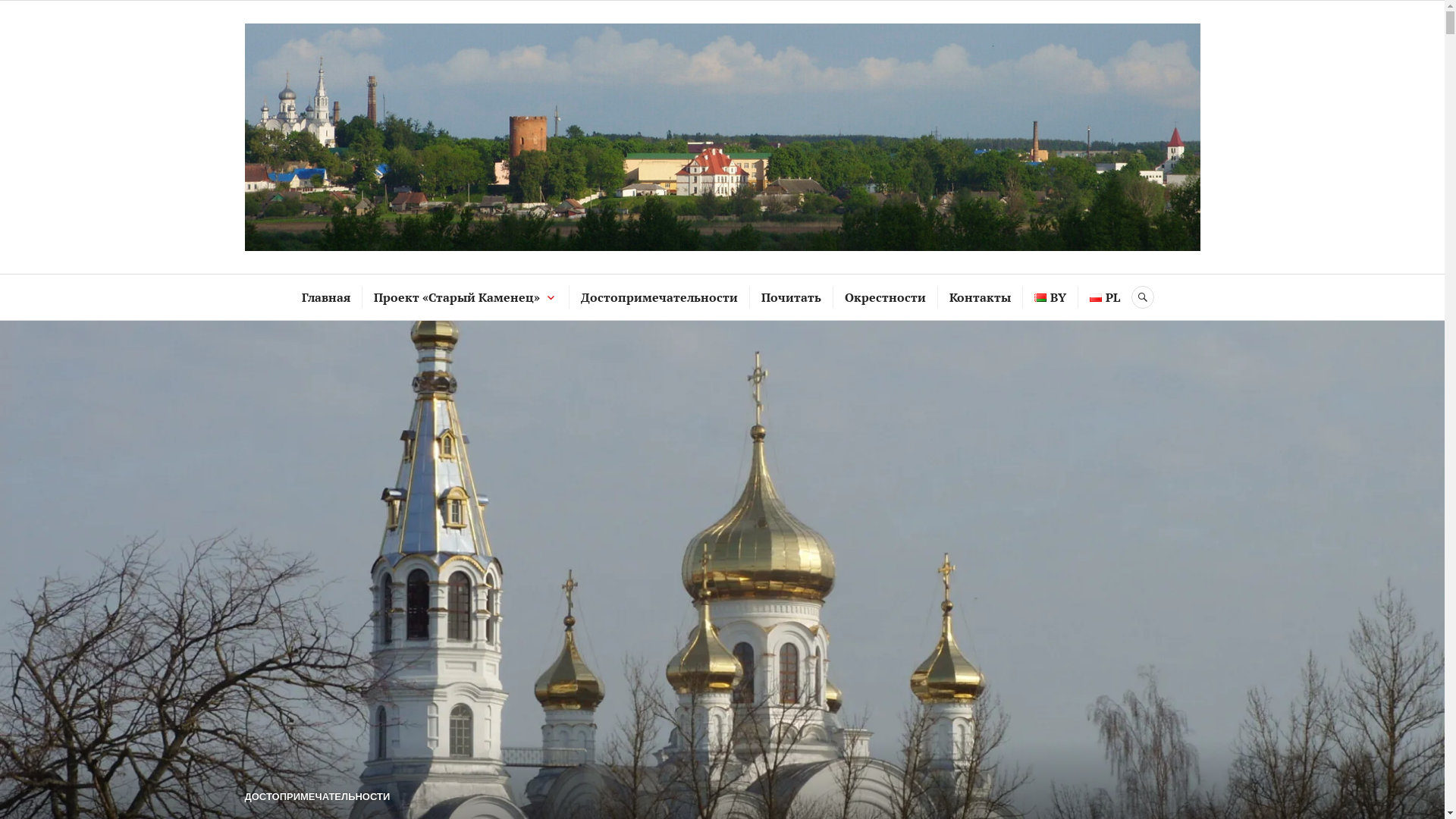  What do you see at coordinates (1105, 297) in the screenshot?
I see `'PL'` at bounding box center [1105, 297].